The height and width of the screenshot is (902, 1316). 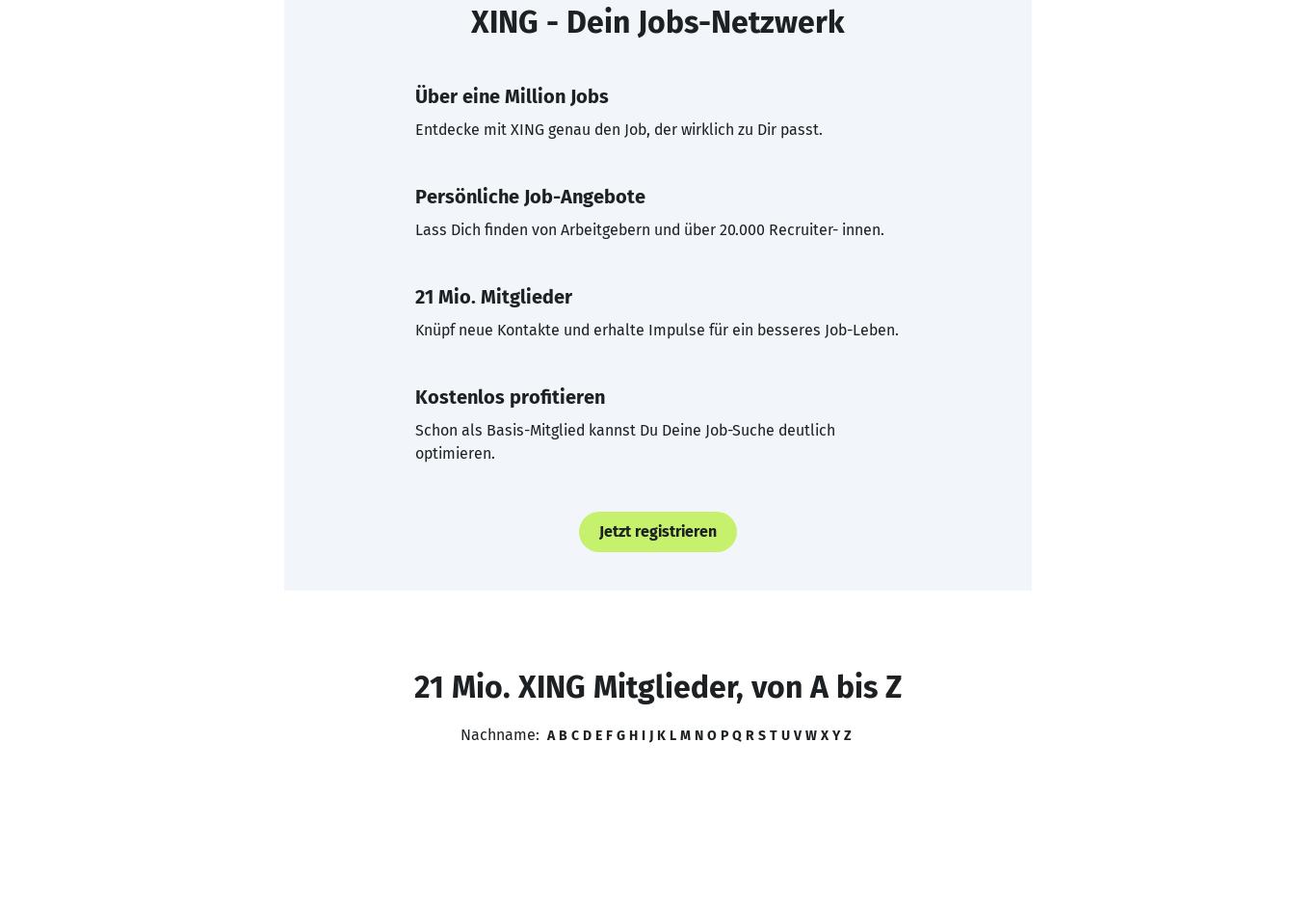 What do you see at coordinates (684, 734) in the screenshot?
I see `'M'` at bounding box center [684, 734].